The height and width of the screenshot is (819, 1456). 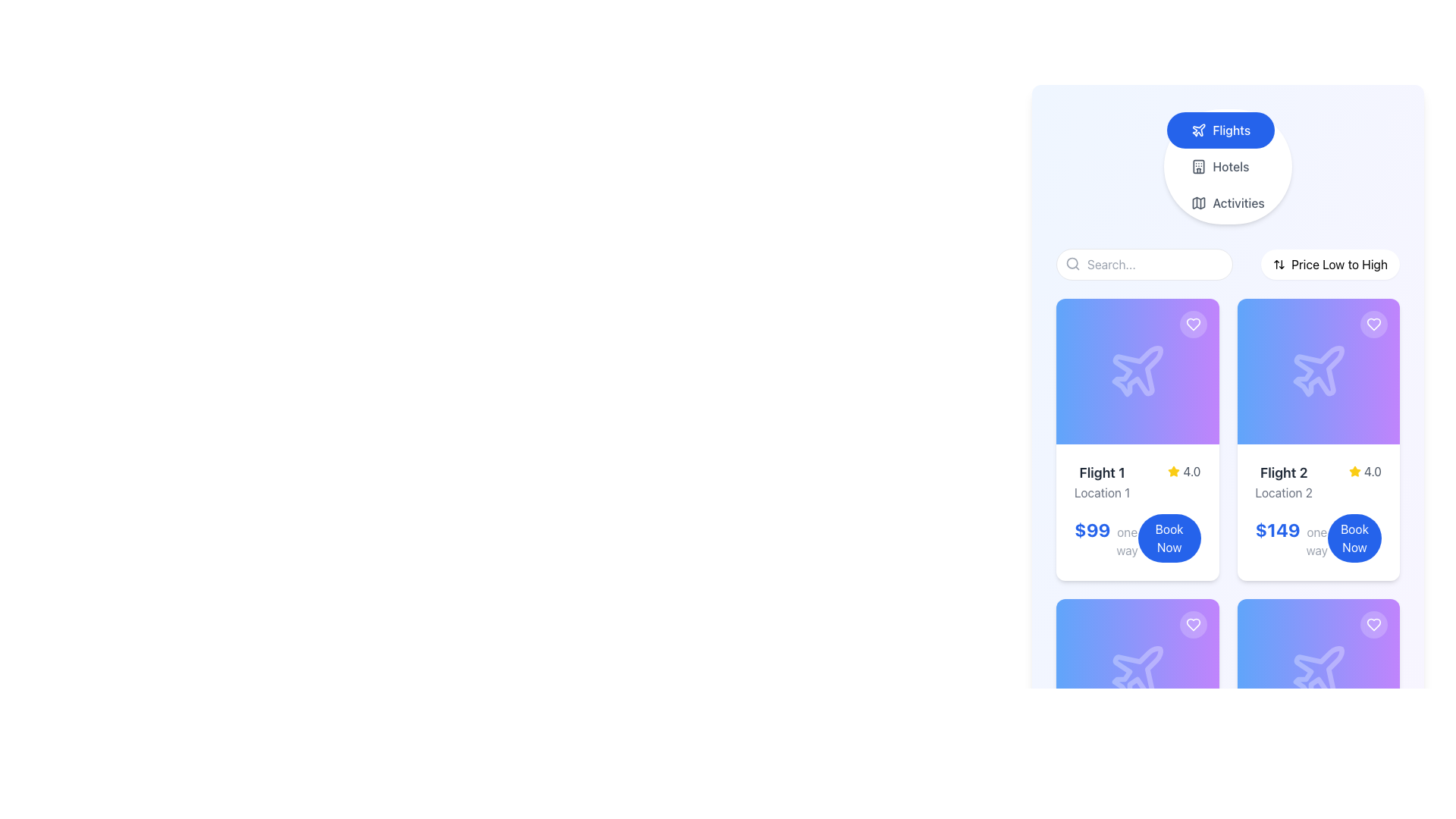 I want to click on the Decorative panel featuring a gradient background with a plane icon and a heart icon button located in the upper right corner, which is positioned on the right column in the second card from the top, so click(x=1317, y=371).